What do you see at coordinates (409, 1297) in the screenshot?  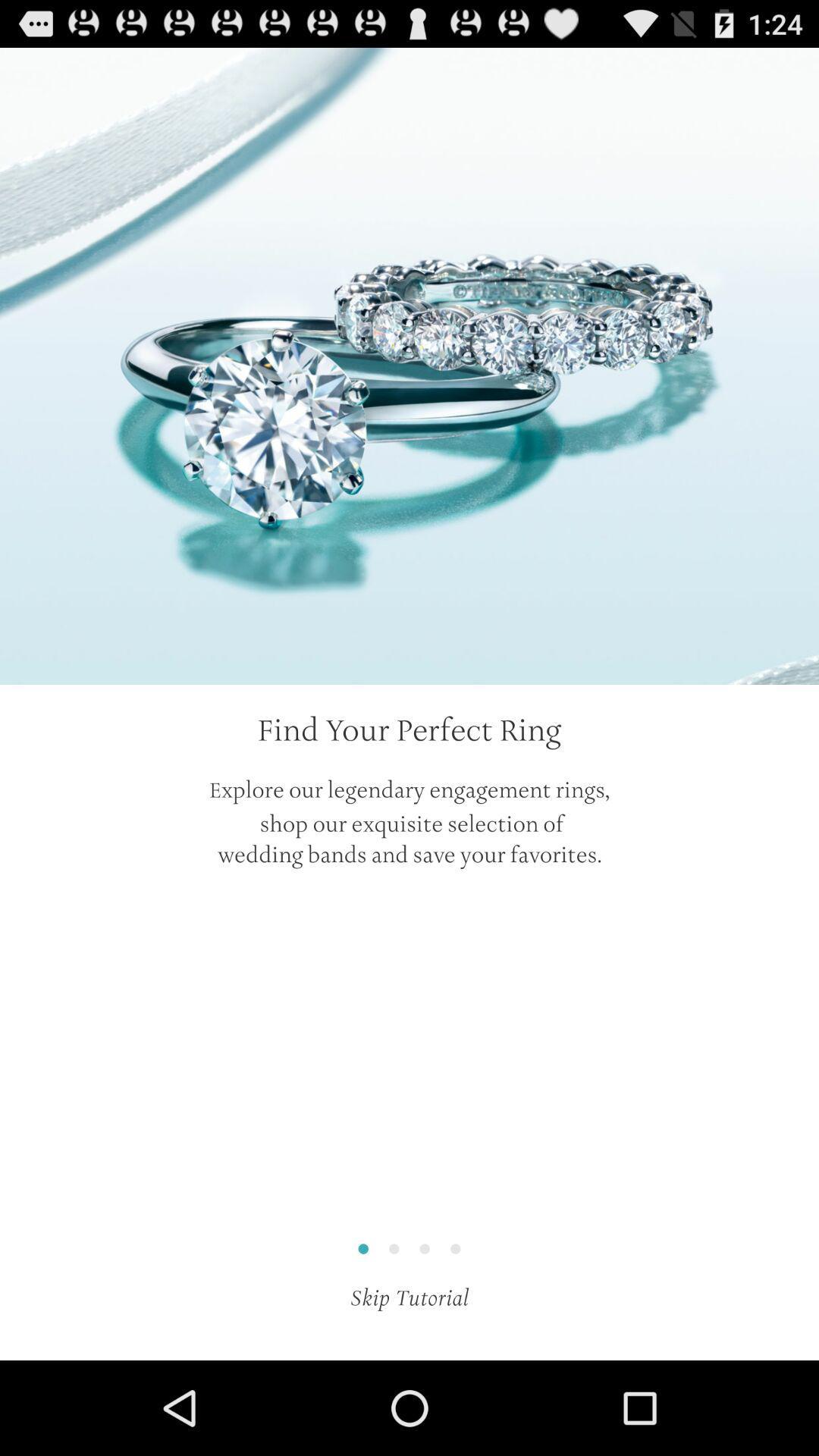 I see `the skip tutorial` at bounding box center [409, 1297].